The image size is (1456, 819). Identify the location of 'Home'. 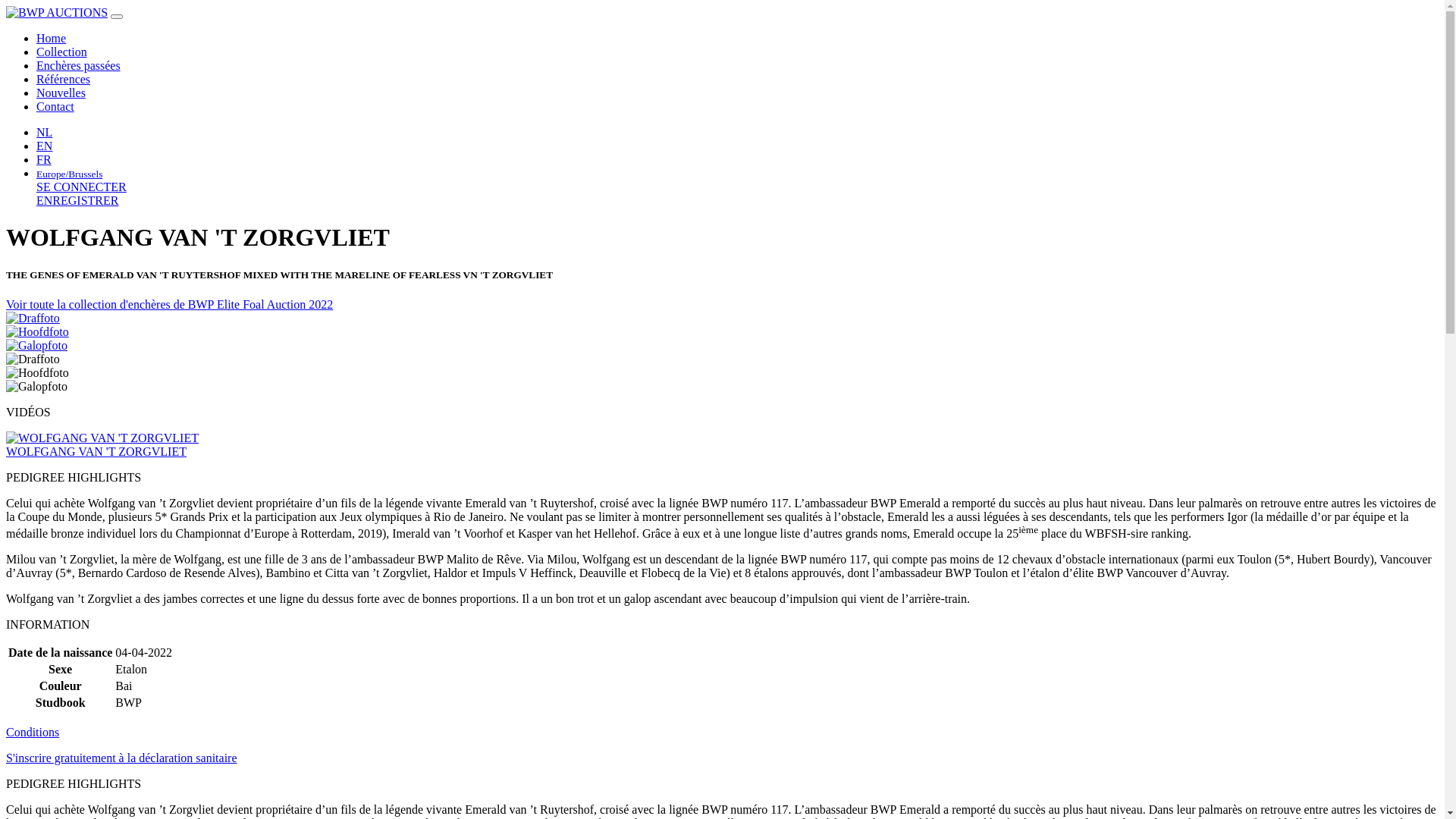
(51, 37).